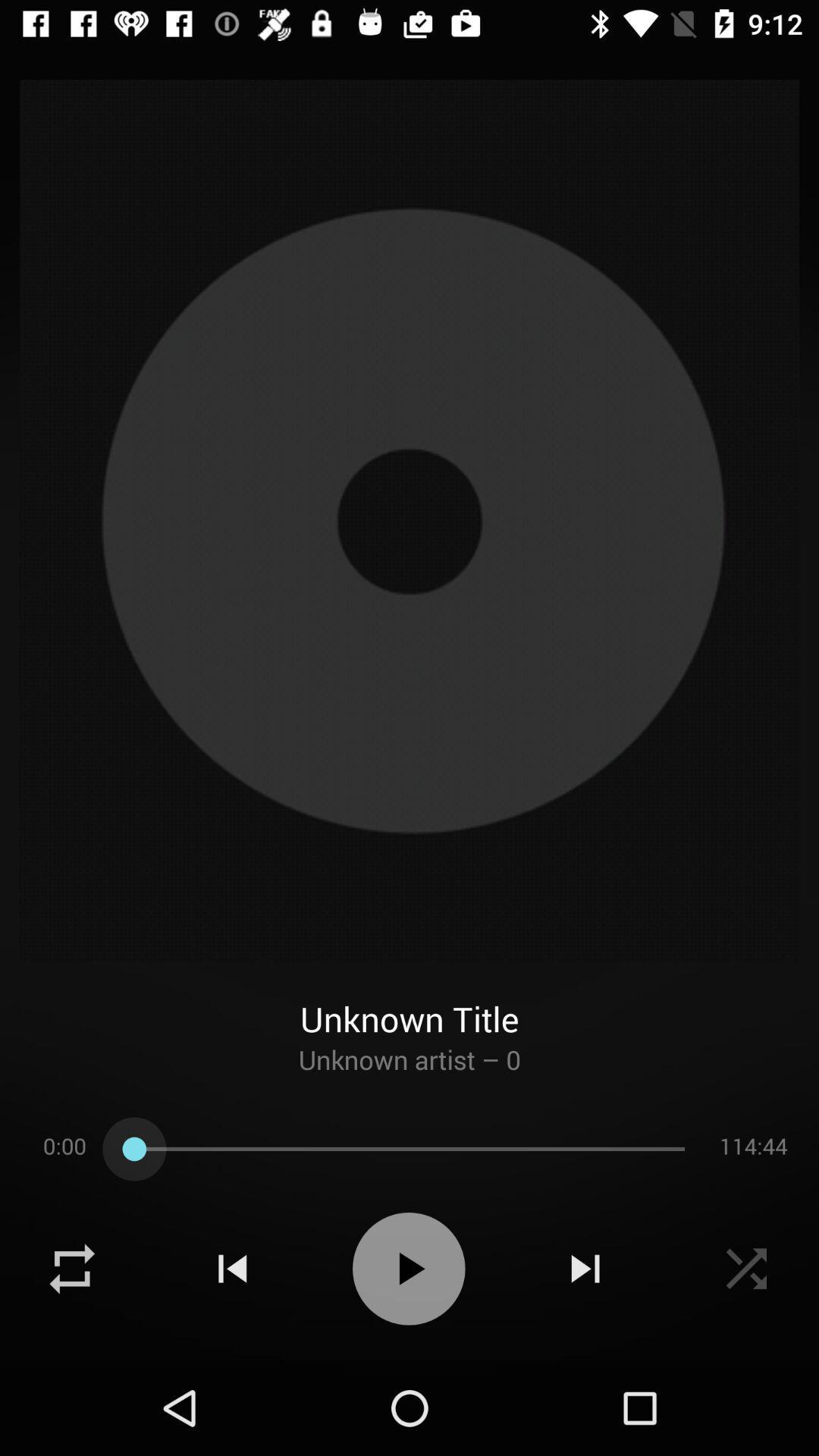 Image resolution: width=819 pixels, height=1456 pixels. I want to click on the item above unknown title icon, so click(409, 520).